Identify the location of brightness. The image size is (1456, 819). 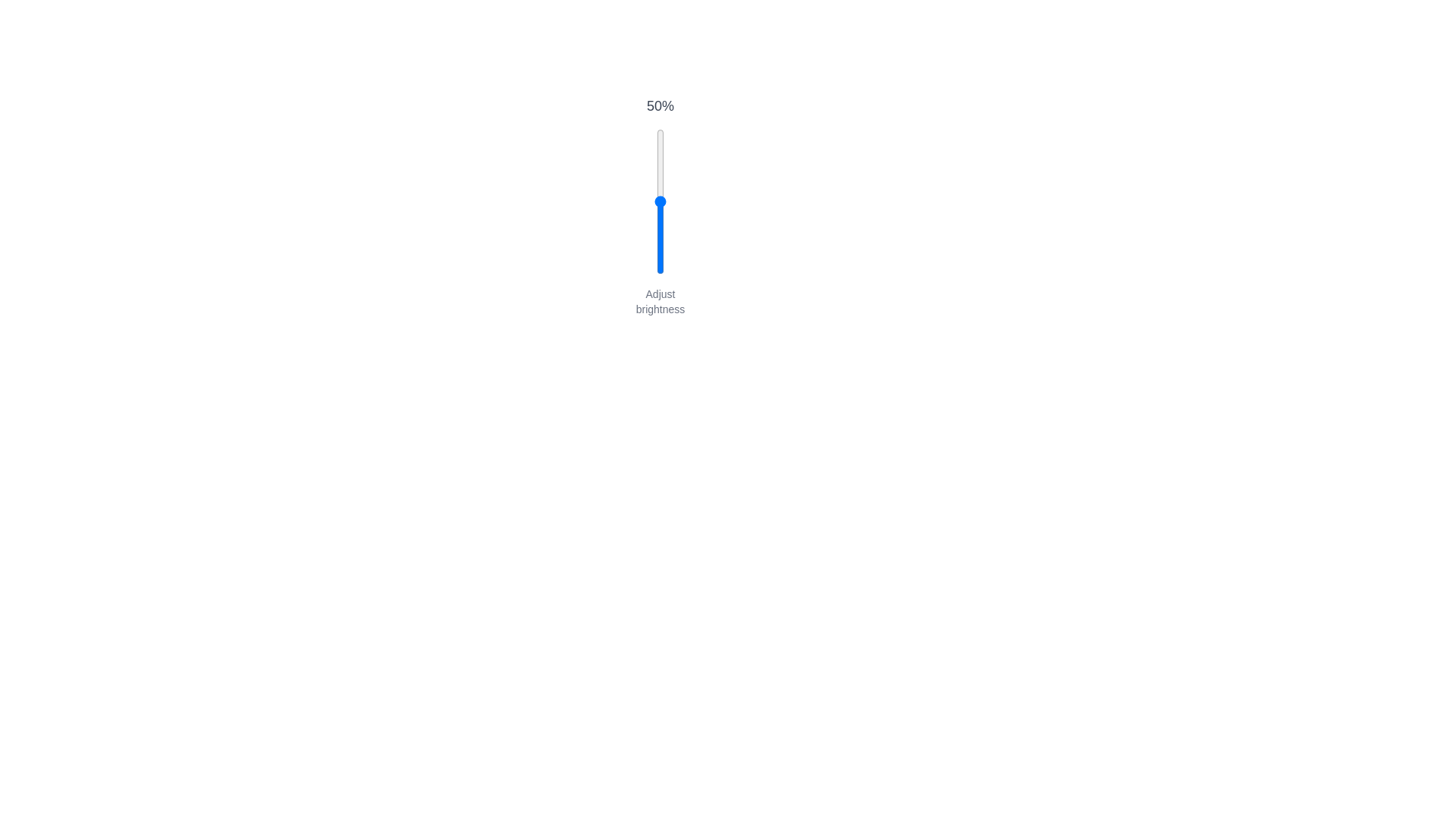
(660, 255).